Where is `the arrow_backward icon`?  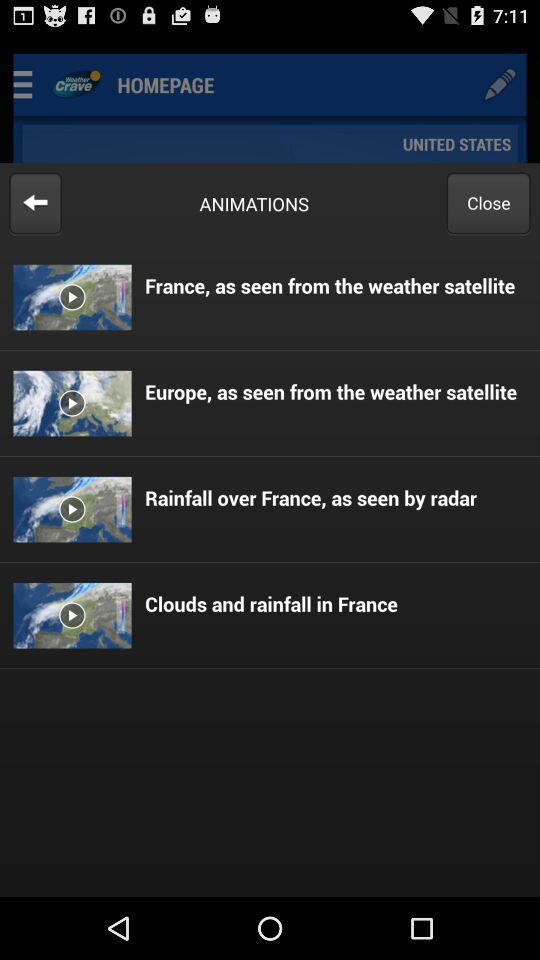 the arrow_backward icon is located at coordinates (35, 217).